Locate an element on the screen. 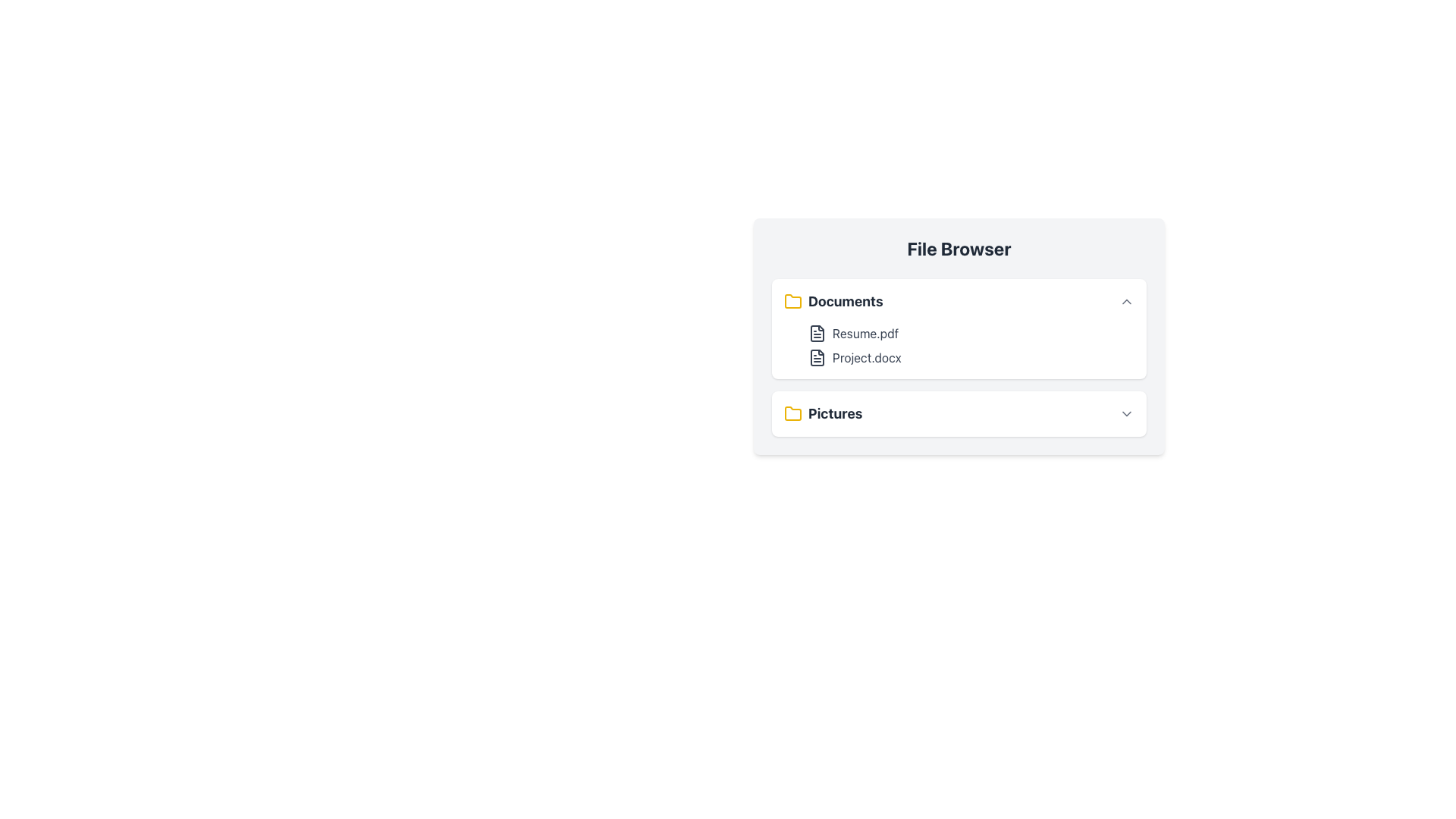 This screenshot has height=819, width=1456. the toggle button located to the right of the 'Pictures' label is located at coordinates (1127, 414).